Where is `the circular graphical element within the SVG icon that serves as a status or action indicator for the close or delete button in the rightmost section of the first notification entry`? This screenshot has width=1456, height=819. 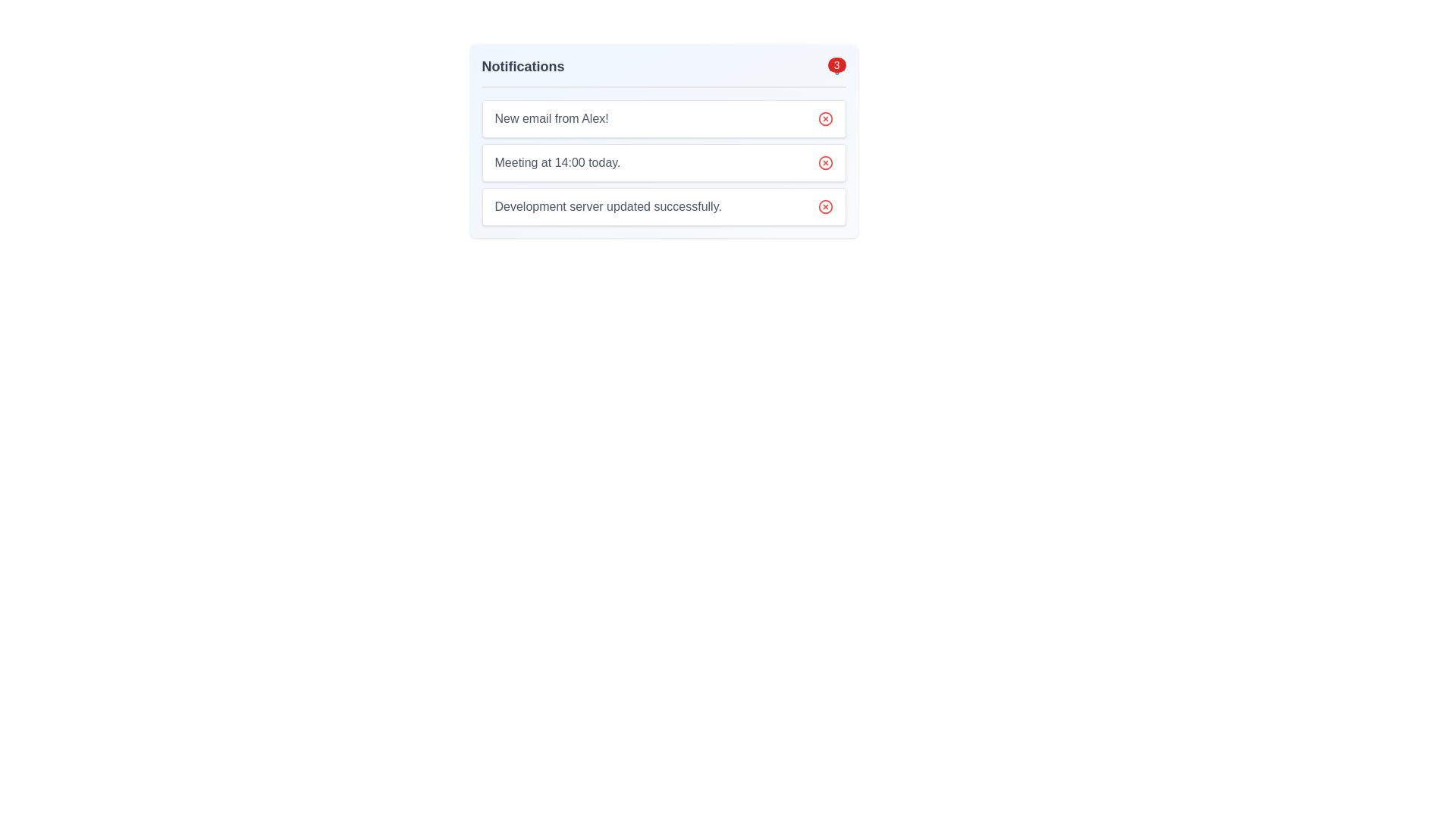 the circular graphical element within the SVG icon that serves as a status or action indicator for the close or delete button in the rightmost section of the first notification entry is located at coordinates (824, 118).